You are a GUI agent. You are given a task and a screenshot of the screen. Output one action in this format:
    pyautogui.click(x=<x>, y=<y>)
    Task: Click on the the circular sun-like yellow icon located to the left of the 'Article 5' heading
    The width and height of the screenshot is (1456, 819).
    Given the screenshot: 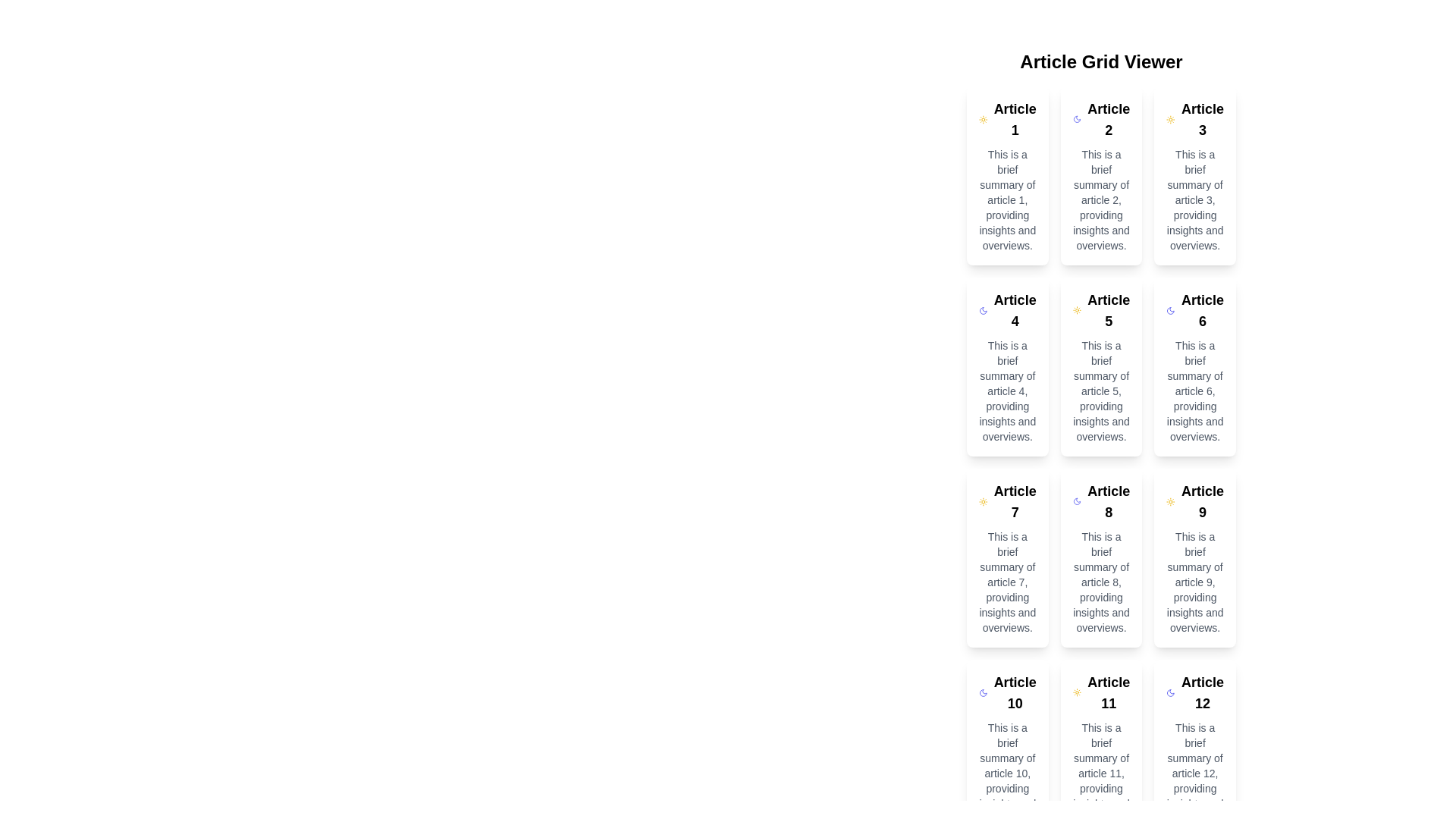 What is the action you would take?
    pyautogui.click(x=1076, y=309)
    